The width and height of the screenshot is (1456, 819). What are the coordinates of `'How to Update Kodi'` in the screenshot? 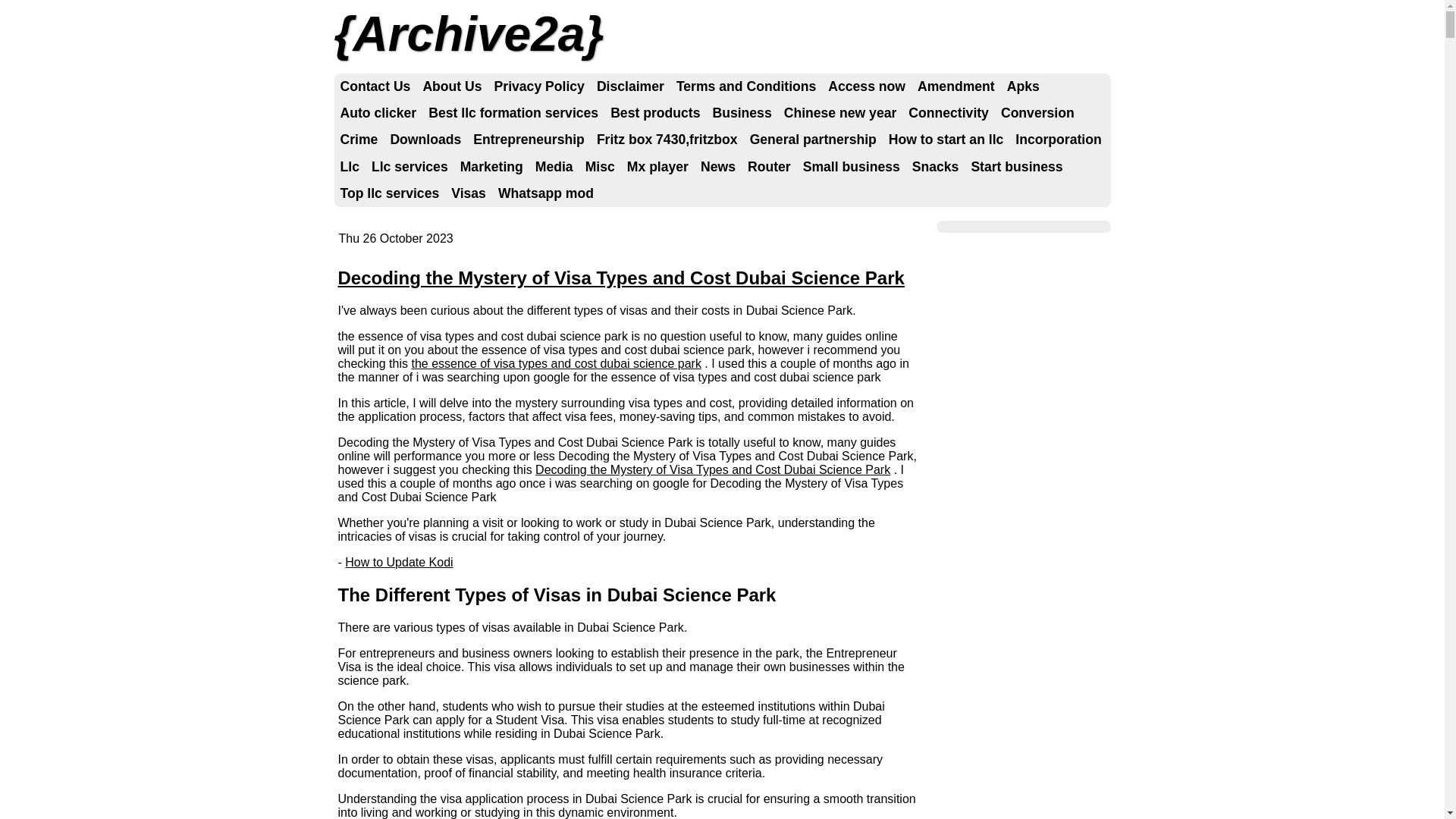 It's located at (399, 562).